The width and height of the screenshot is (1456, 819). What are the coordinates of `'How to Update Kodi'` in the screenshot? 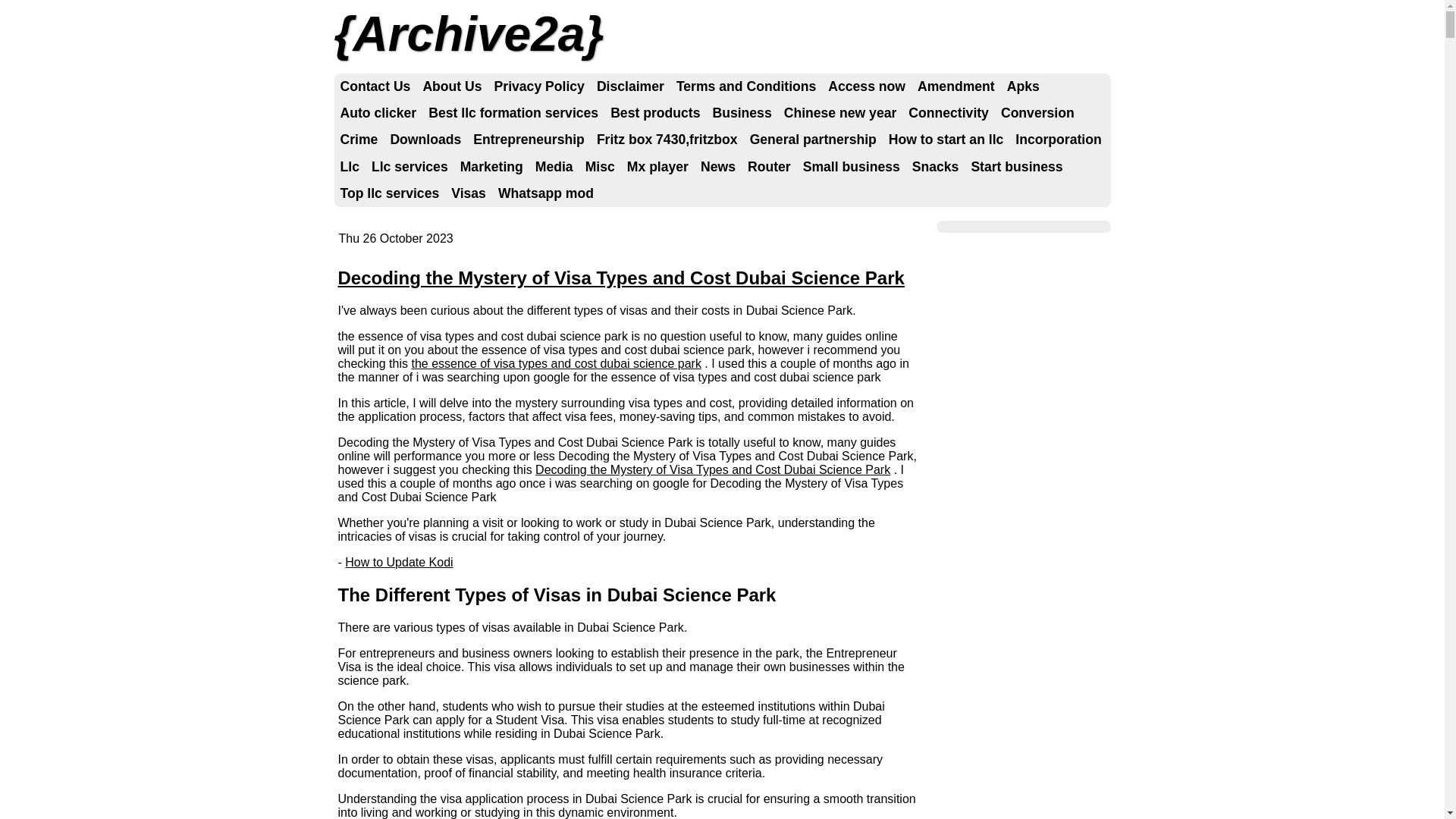 It's located at (399, 562).